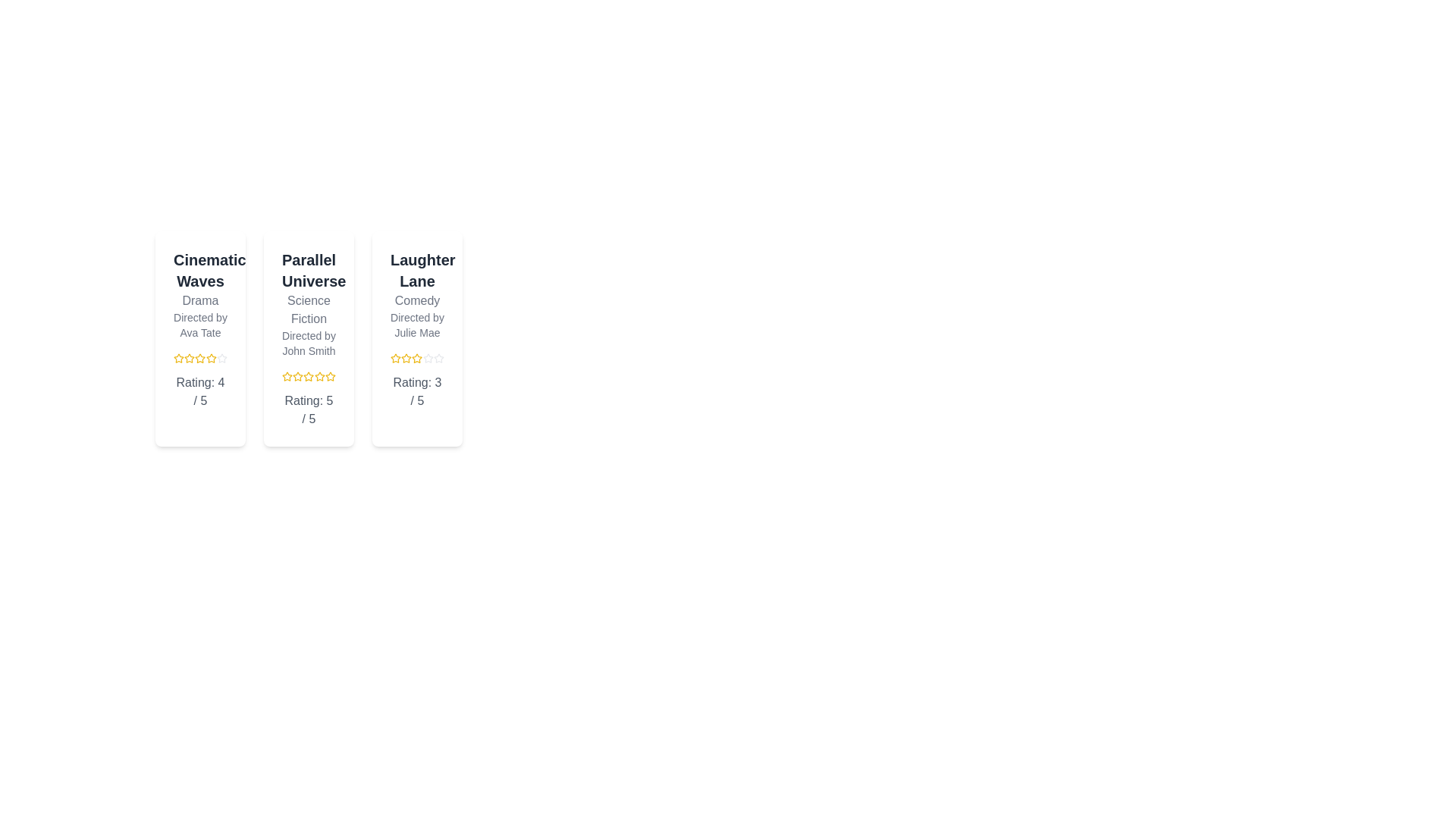  What do you see at coordinates (188, 359) in the screenshot?
I see `the rating of a film to 2 stars by clicking on the corresponding star` at bounding box center [188, 359].